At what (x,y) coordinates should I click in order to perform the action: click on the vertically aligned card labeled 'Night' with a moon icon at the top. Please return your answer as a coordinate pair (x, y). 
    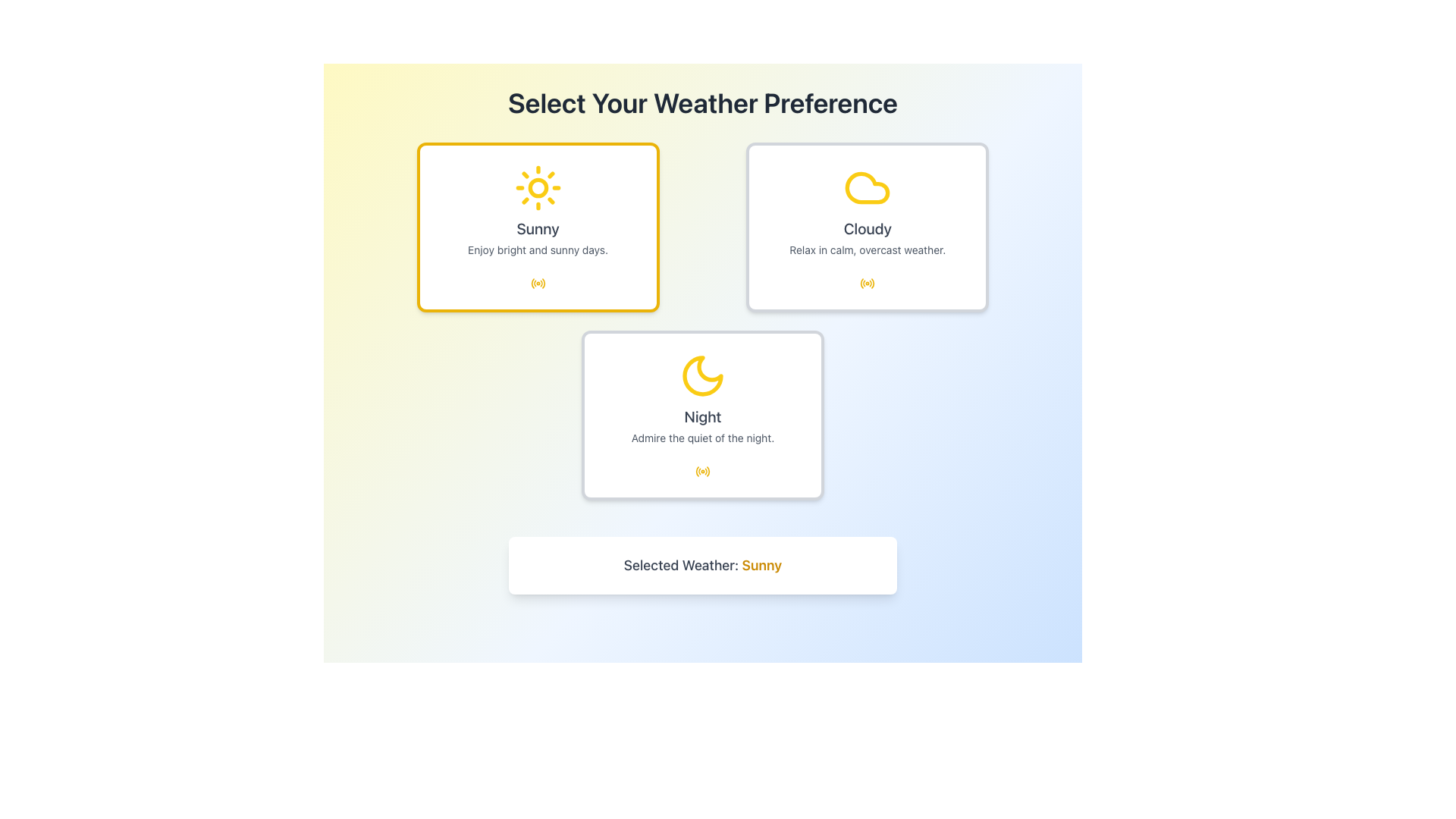
    Looking at the image, I should click on (701, 415).